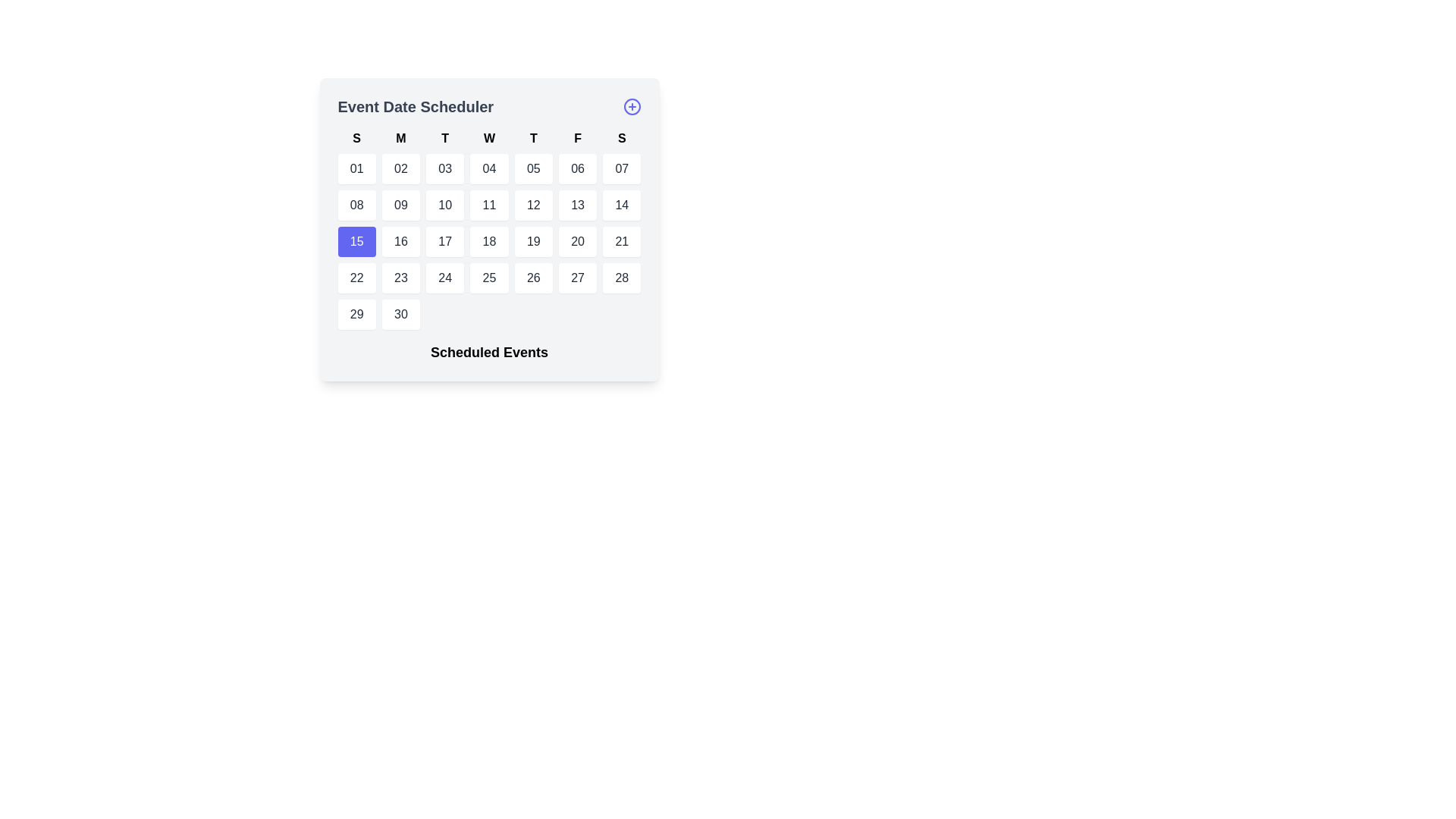 This screenshot has width=1456, height=819. I want to click on the calendar date button labeled '03', so click(444, 169).